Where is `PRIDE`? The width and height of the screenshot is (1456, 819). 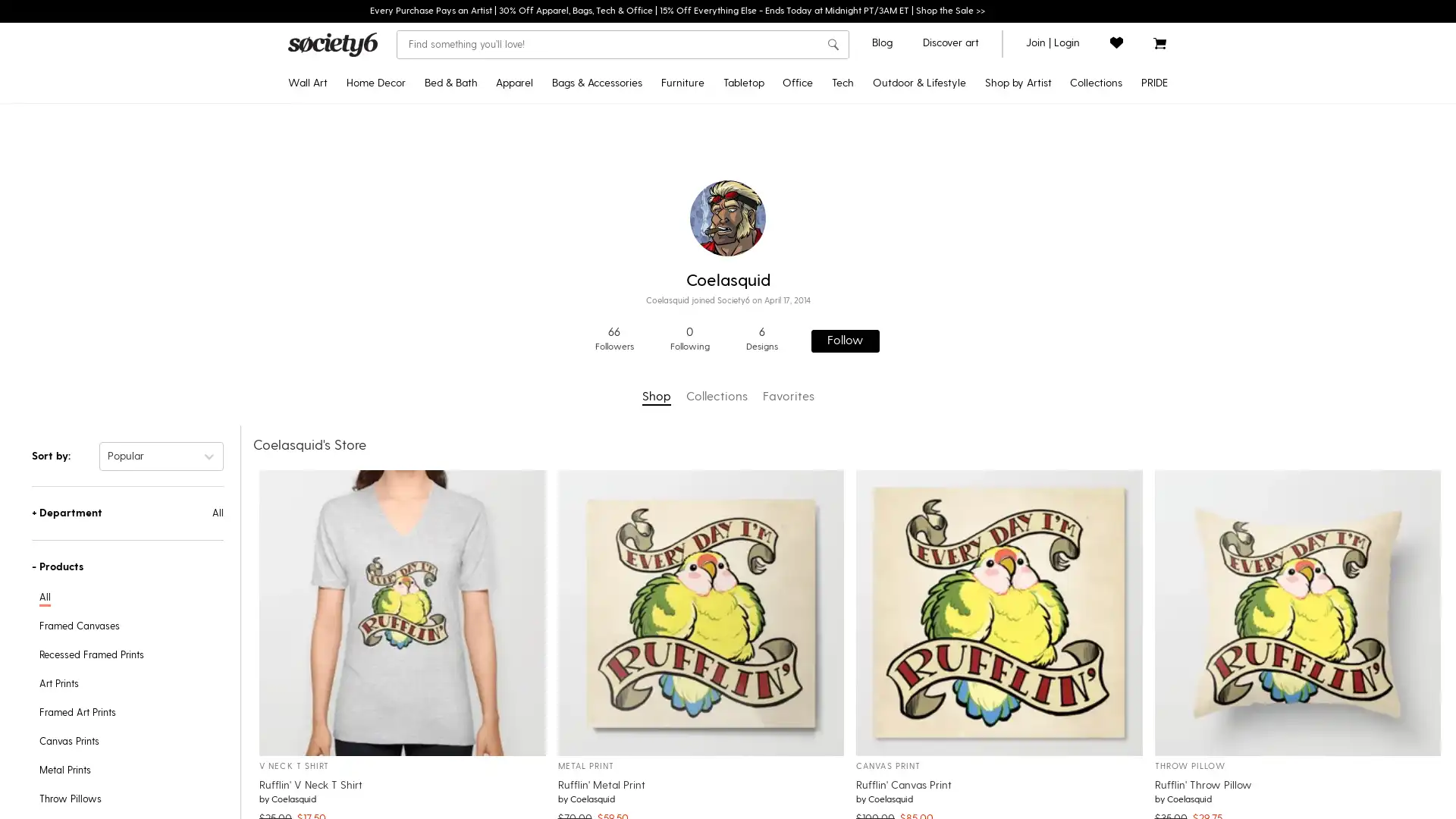 PRIDE is located at coordinates (1153, 83).